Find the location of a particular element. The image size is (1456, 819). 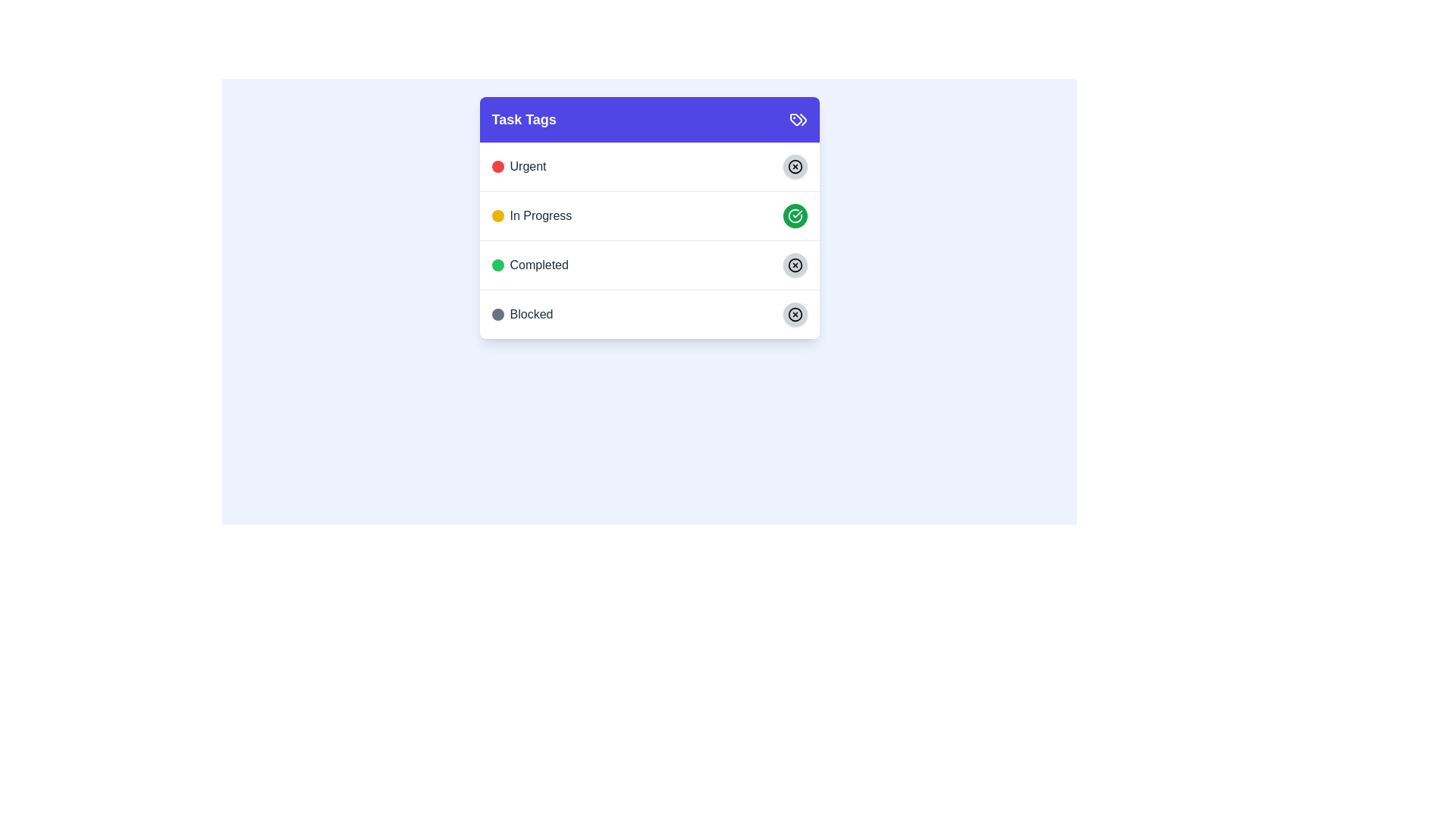

the 'Completed' row, which features a green circular icon and the word 'Completed' is located at coordinates (649, 264).